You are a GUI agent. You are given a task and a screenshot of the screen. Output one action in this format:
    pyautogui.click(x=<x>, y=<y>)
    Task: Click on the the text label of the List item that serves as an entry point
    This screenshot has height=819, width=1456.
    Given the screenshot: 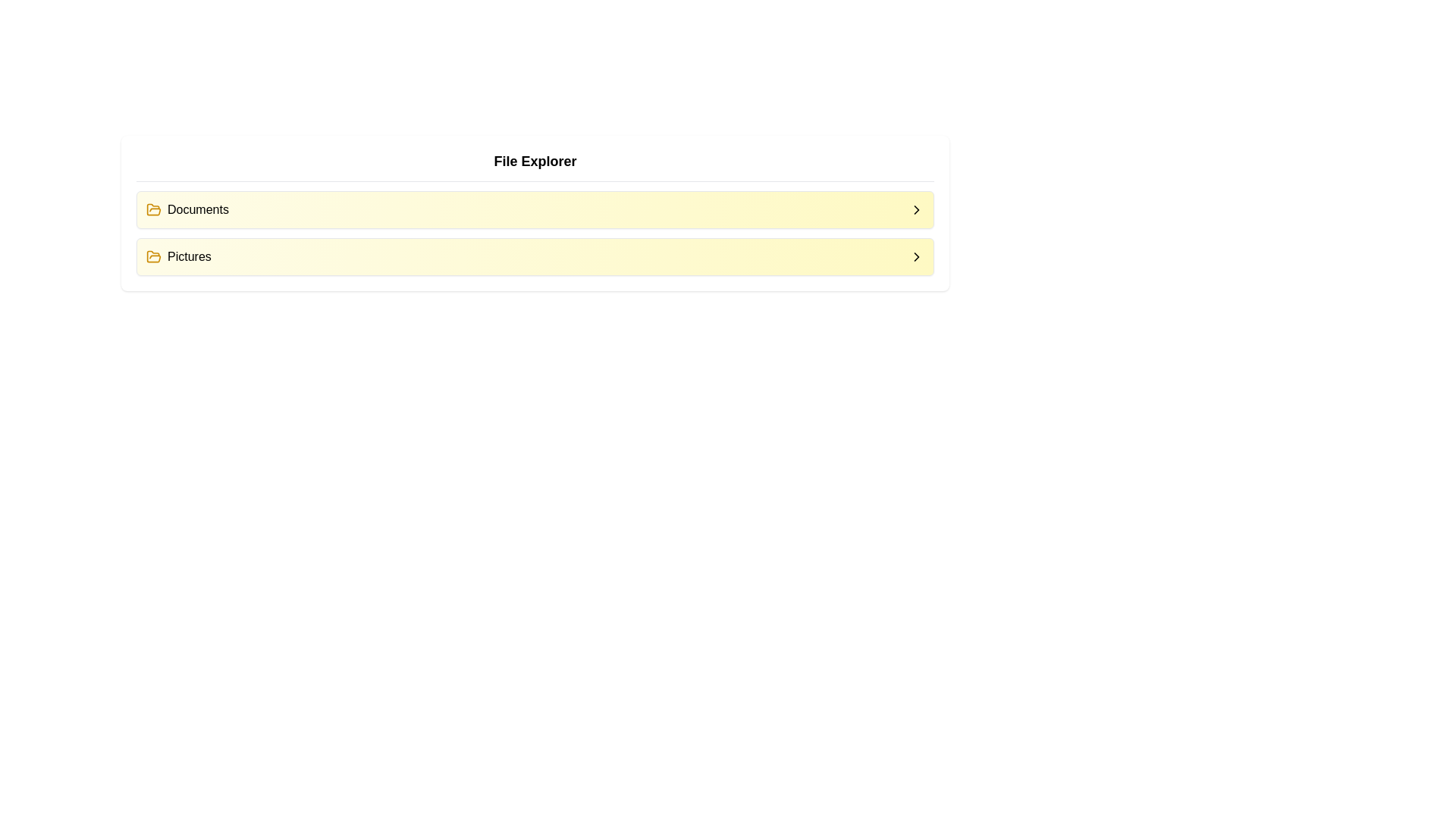 What is the action you would take?
    pyautogui.click(x=187, y=210)
    